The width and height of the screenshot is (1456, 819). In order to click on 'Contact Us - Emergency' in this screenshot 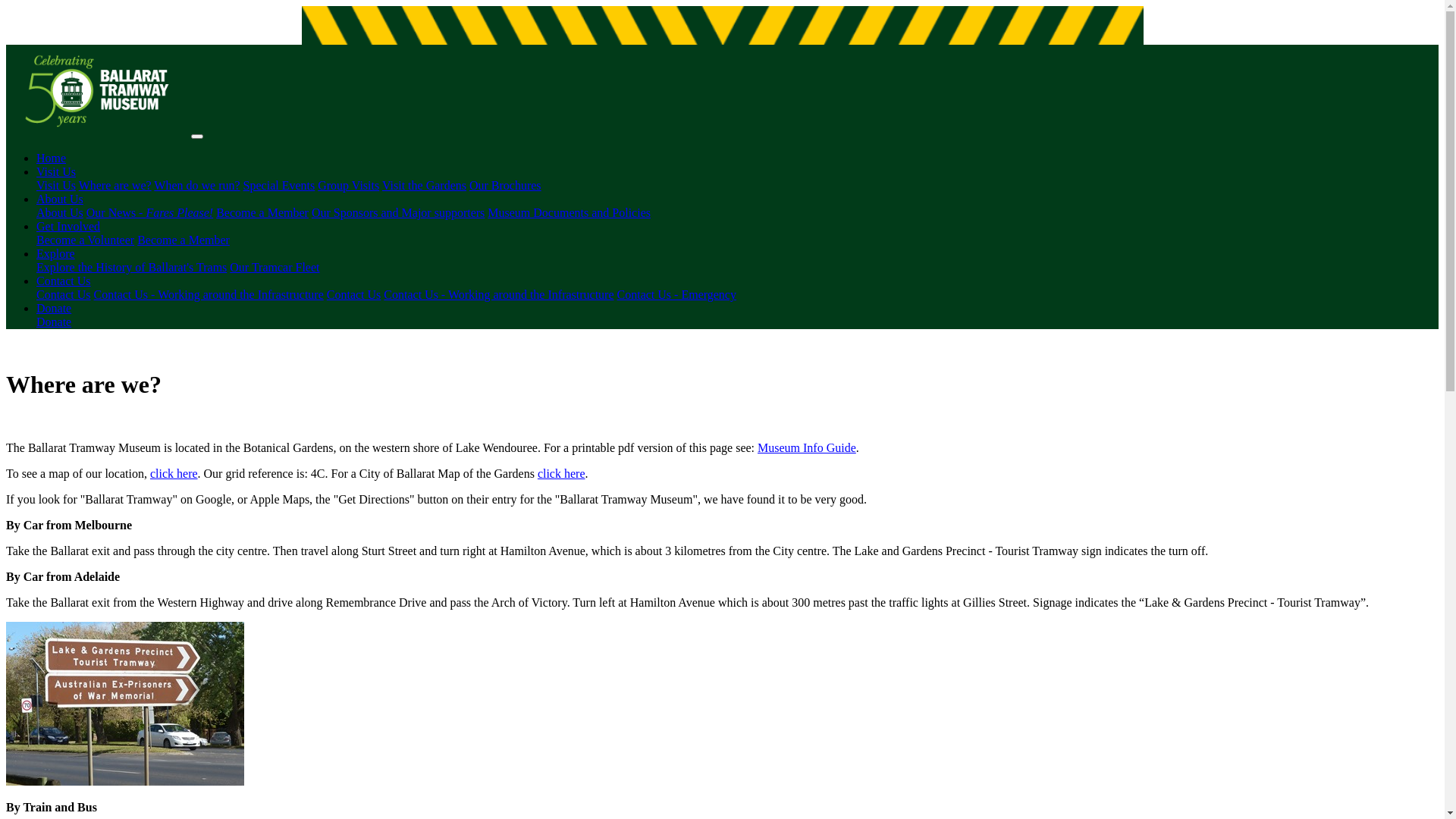, I will do `click(617, 294)`.